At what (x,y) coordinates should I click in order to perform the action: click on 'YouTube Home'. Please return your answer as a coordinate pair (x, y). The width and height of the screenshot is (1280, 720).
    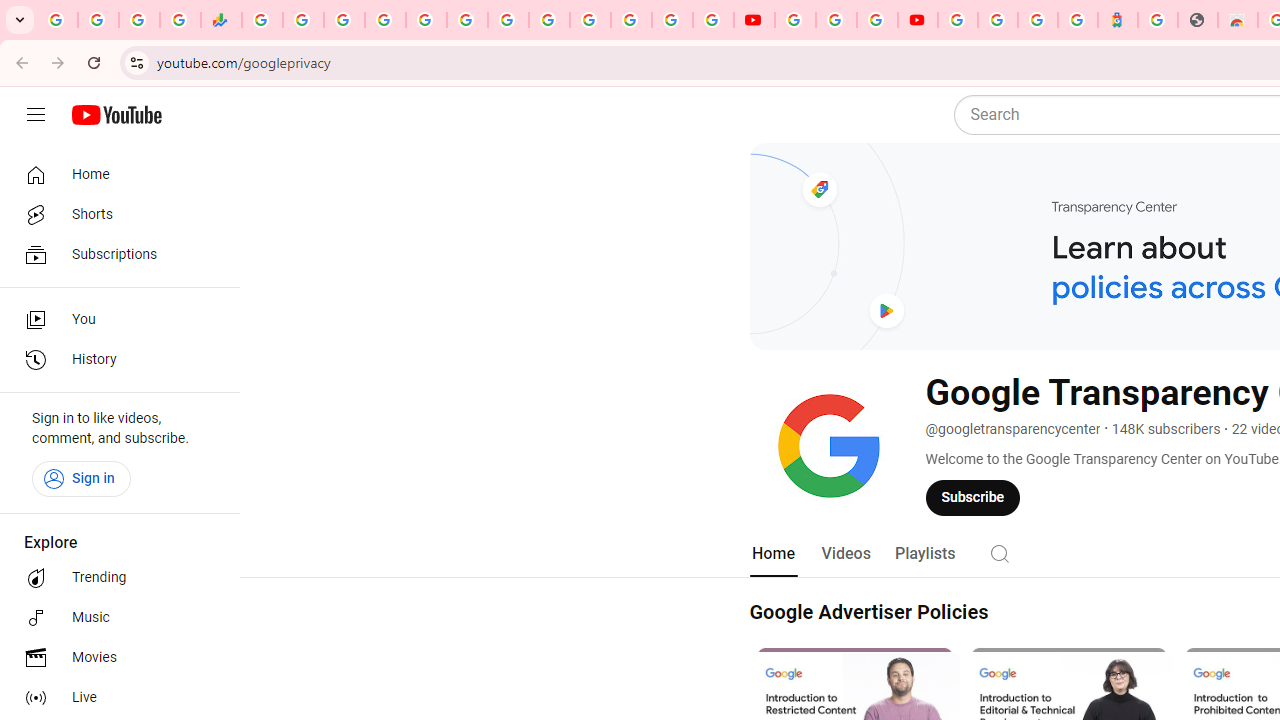
    Looking at the image, I should click on (115, 115).